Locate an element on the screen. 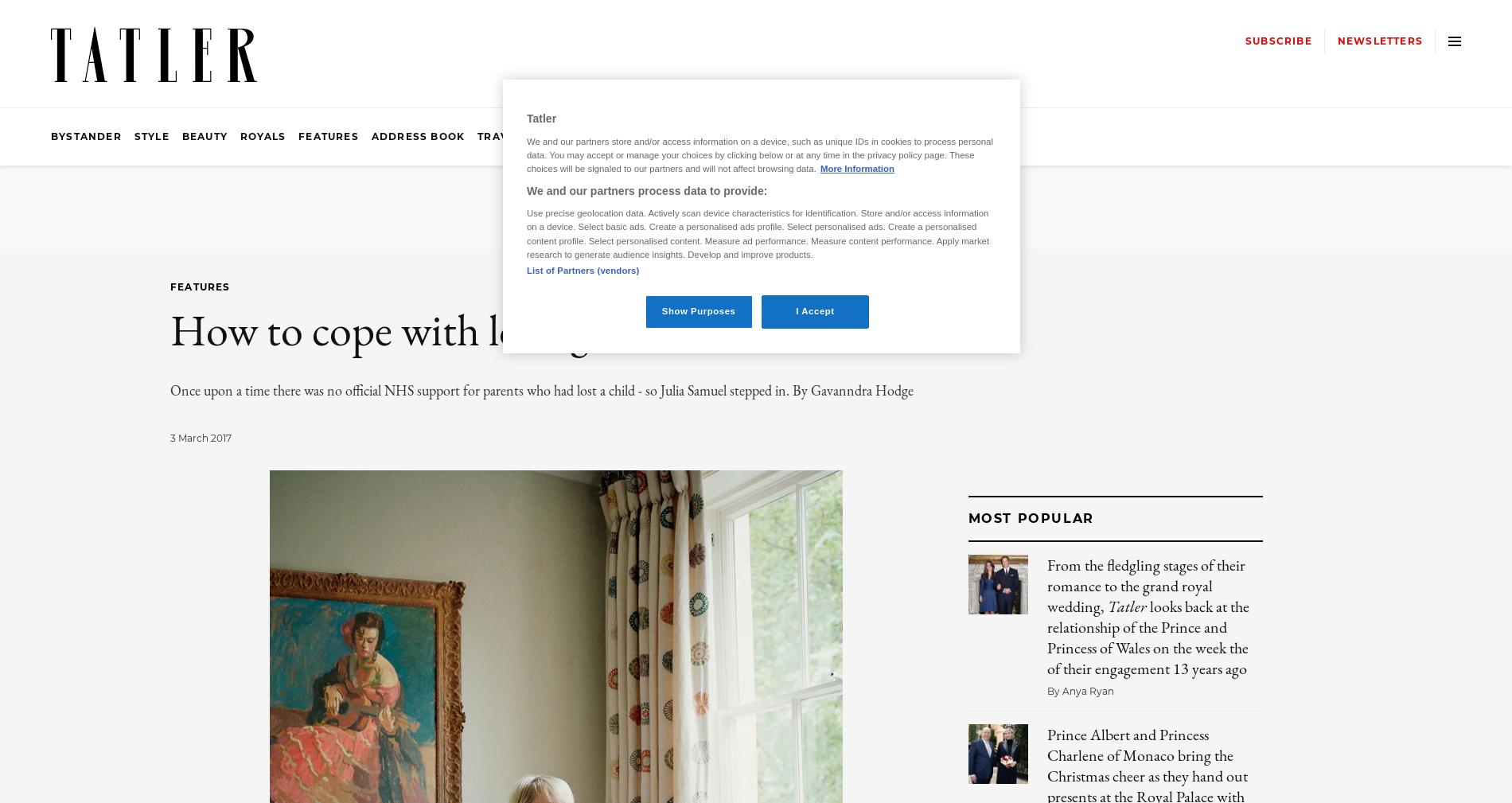  'Address Book' is located at coordinates (417, 135).